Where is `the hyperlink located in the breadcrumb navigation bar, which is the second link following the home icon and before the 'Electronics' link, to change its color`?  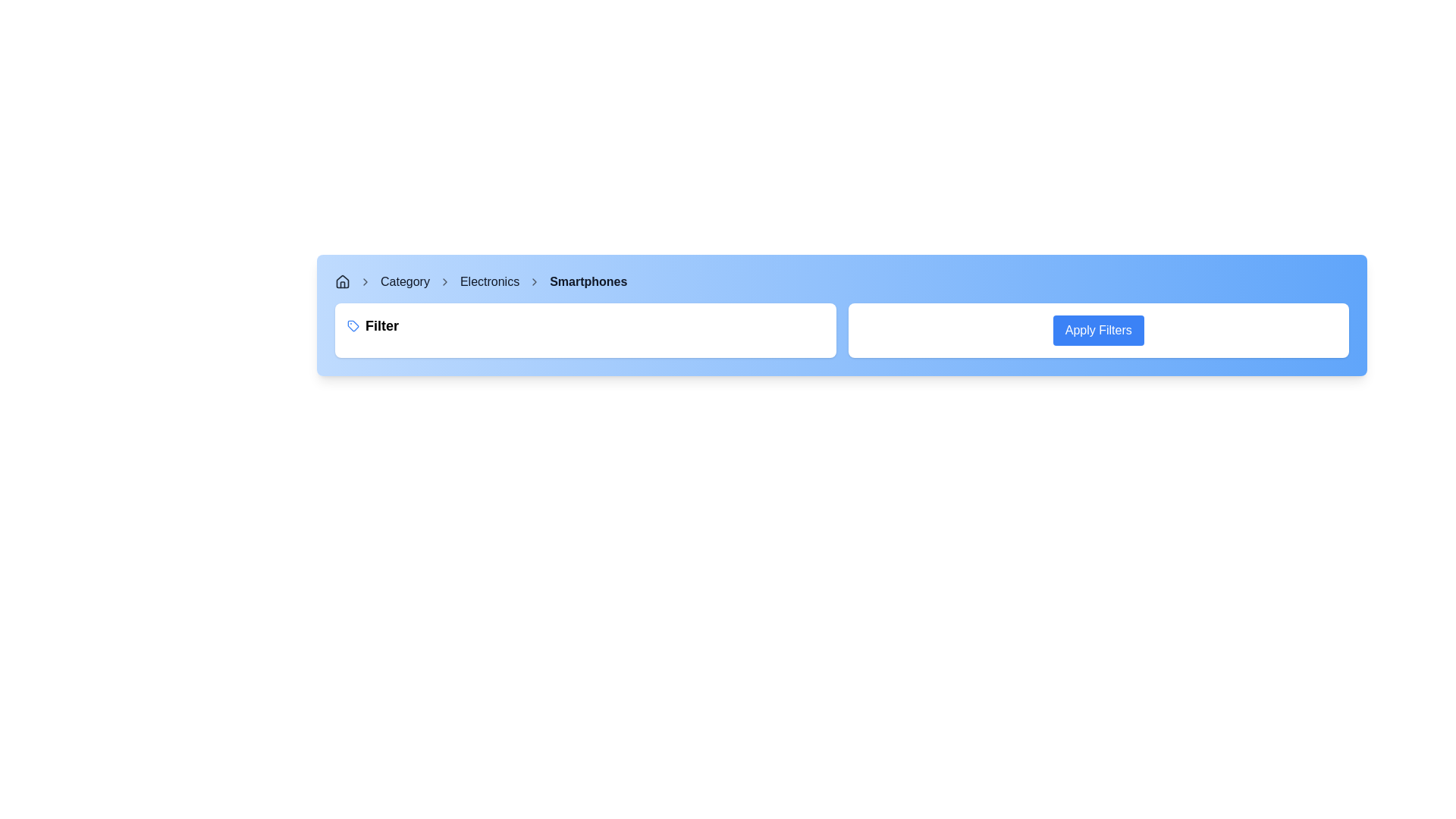 the hyperlink located in the breadcrumb navigation bar, which is the second link following the home icon and before the 'Electronics' link, to change its color is located at coordinates (405, 281).